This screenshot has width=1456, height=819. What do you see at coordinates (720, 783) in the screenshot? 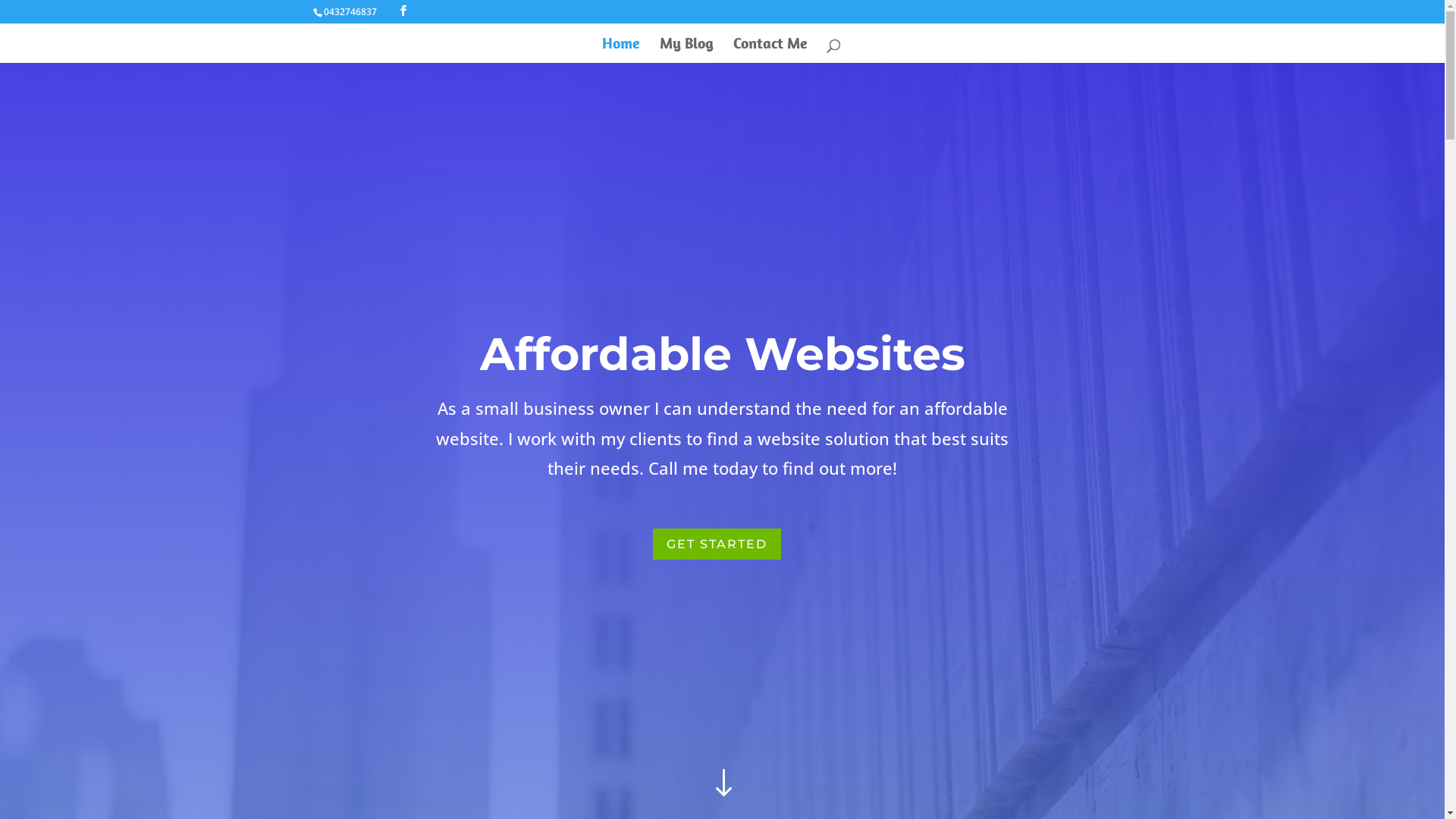
I see `'"'` at bounding box center [720, 783].